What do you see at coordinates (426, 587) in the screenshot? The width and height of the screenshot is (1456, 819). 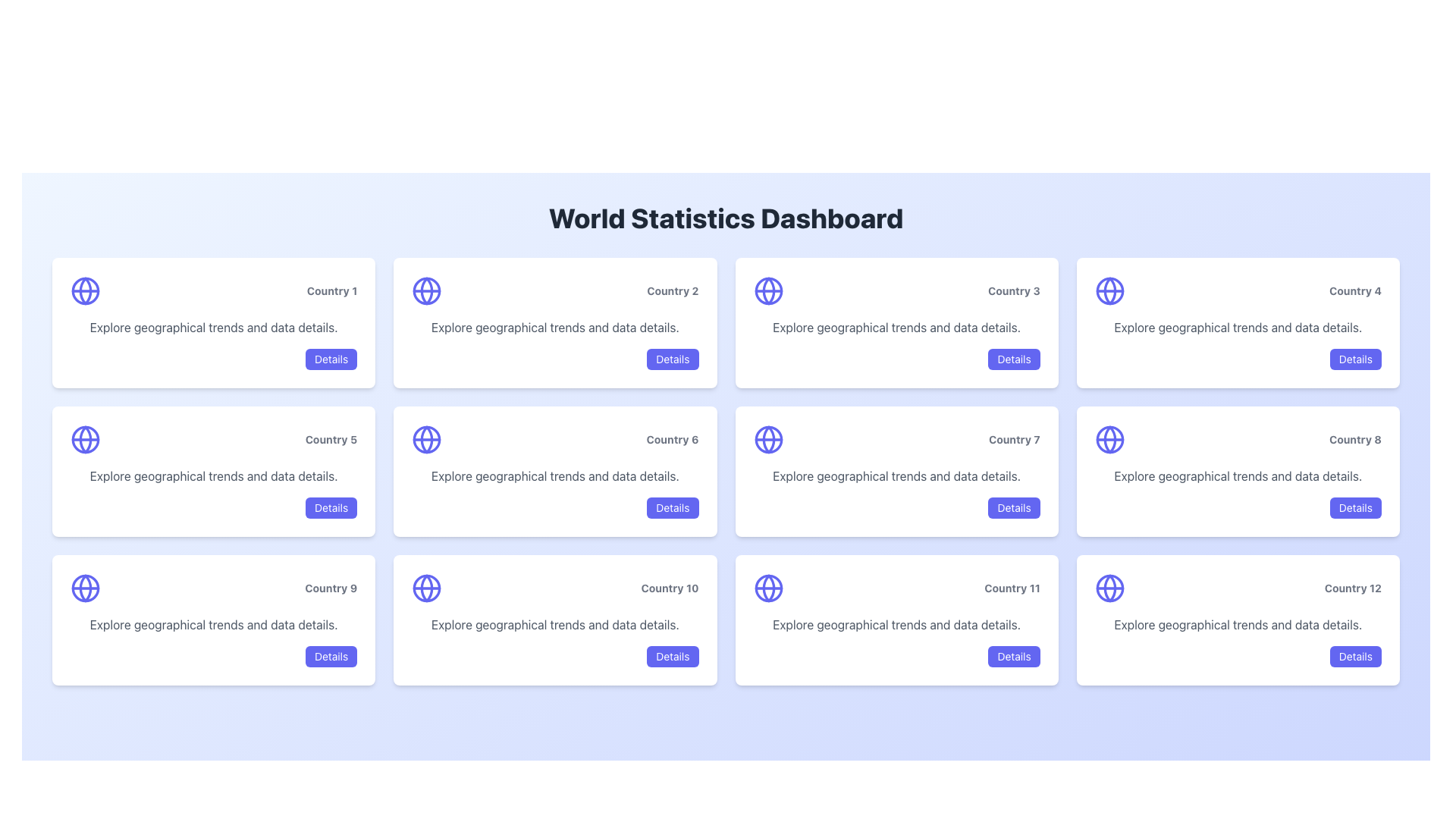 I see `the geographical icon representing 'Country 10' located in the bottom row of the grid, second column from the left` at bounding box center [426, 587].